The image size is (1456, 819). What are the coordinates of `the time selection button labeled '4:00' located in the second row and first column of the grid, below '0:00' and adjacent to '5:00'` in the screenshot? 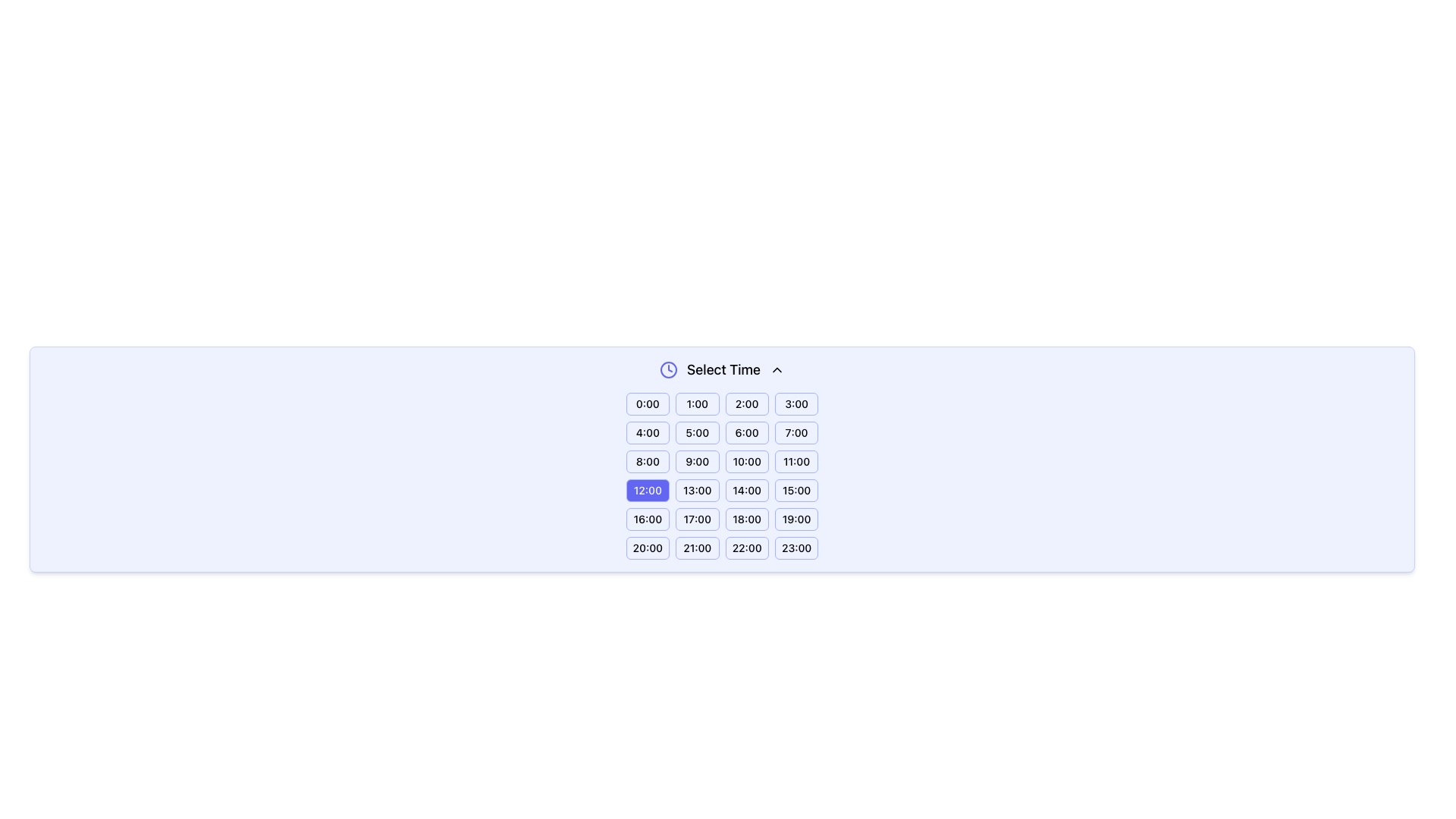 It's located at (648, 432).